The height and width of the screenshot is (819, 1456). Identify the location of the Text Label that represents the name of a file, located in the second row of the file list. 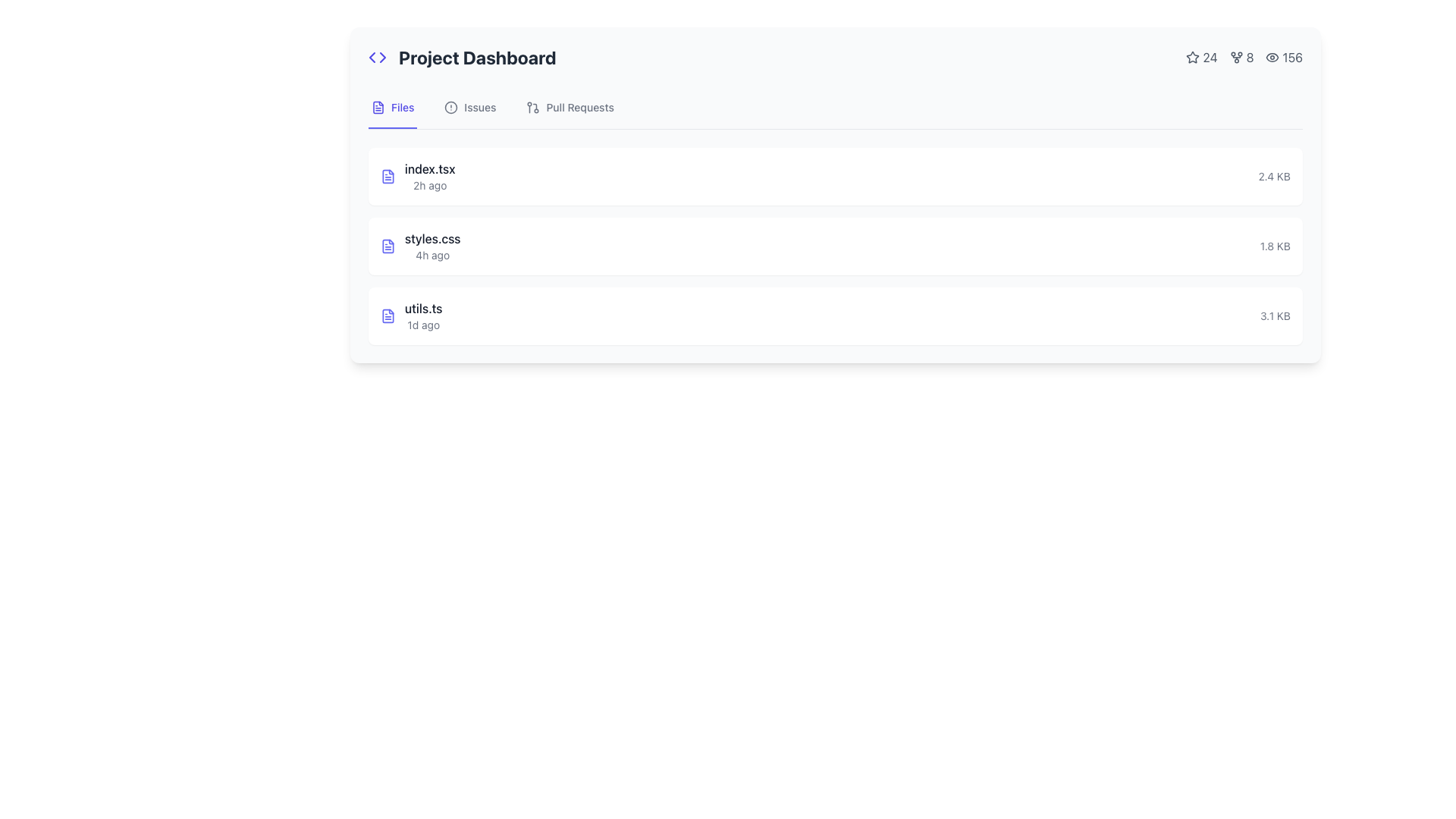
(431, 239).